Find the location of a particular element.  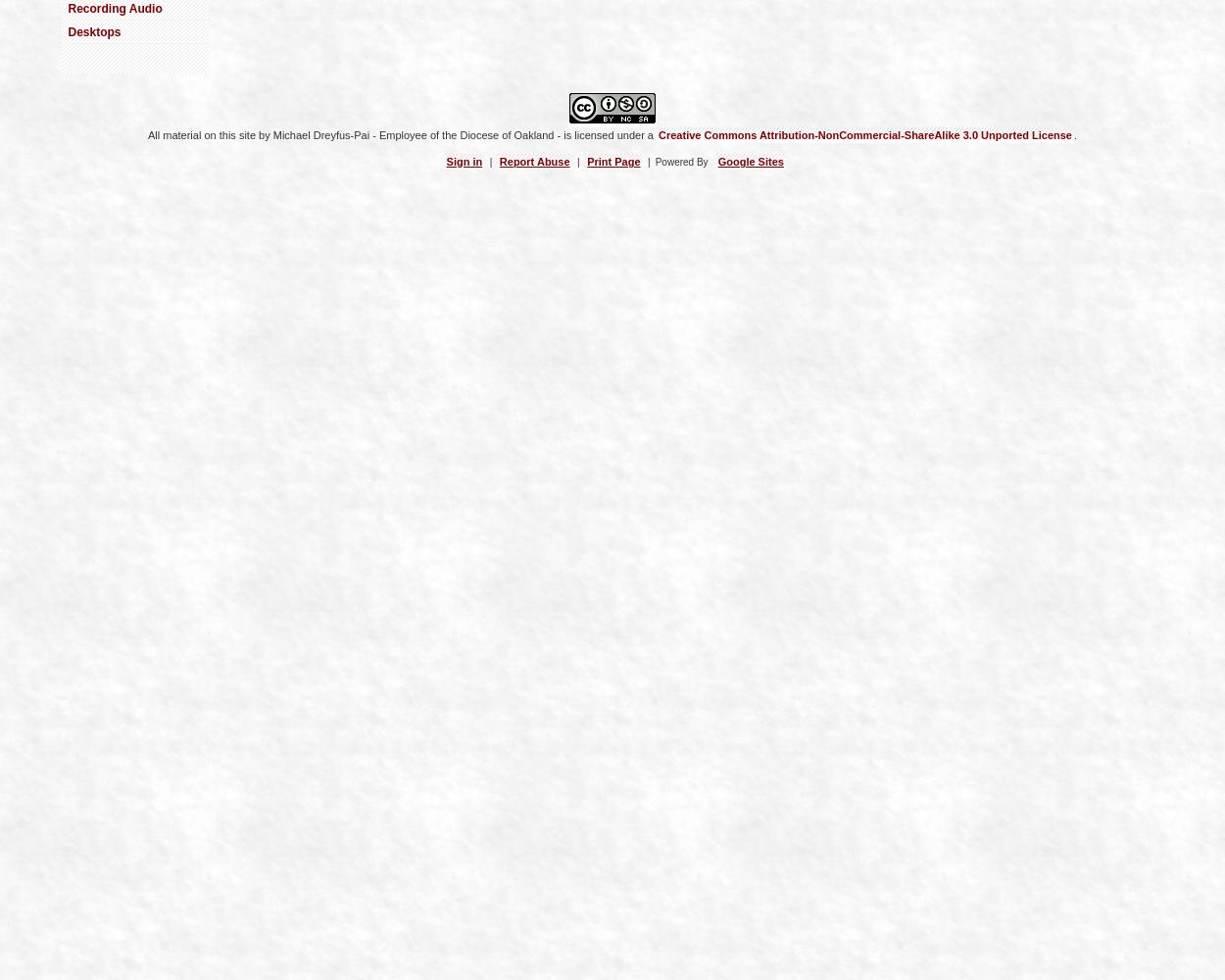

'Powered By' is located at coordinates (680, 161).